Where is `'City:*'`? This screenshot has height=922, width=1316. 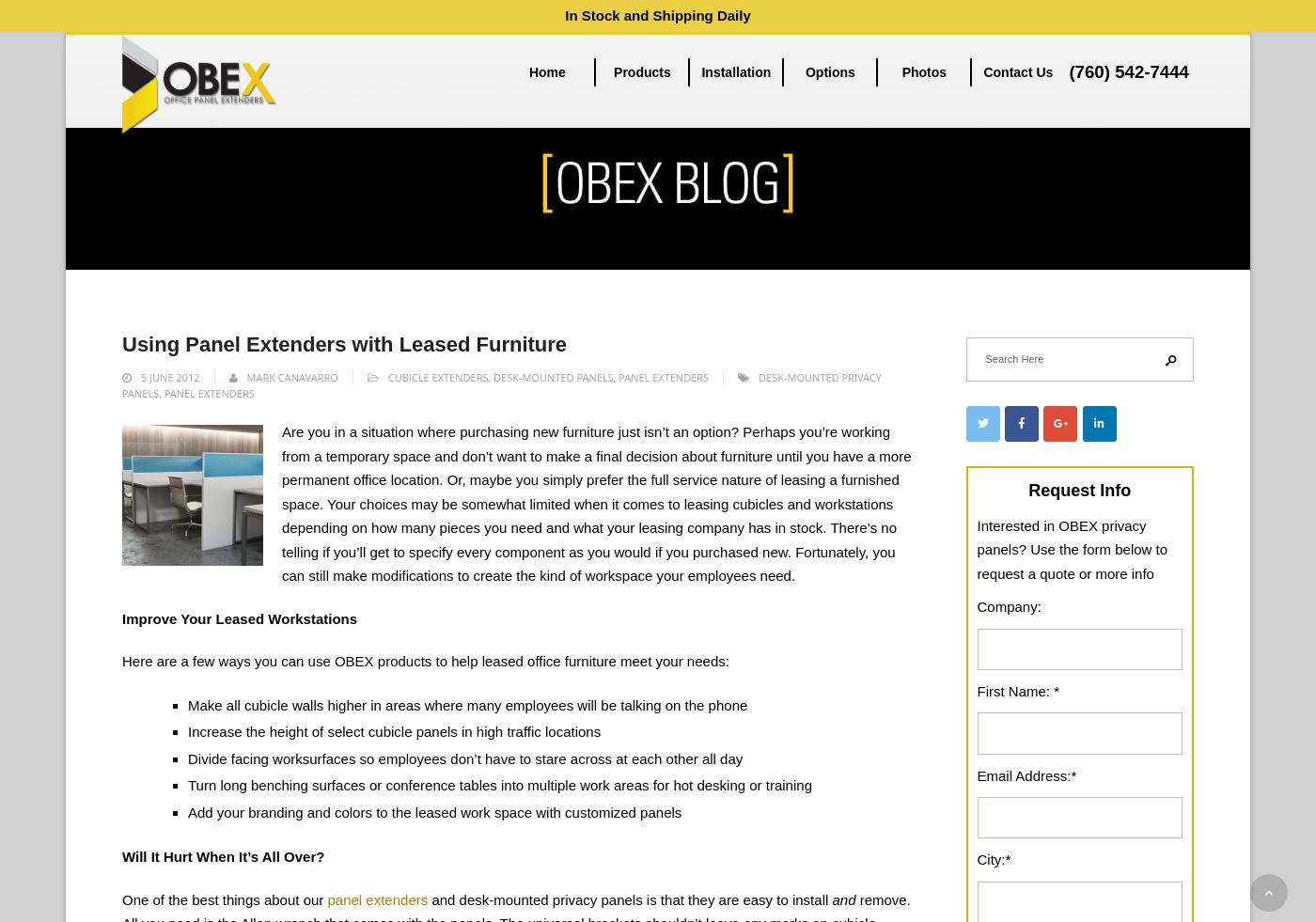
'City:*' is located at coordinates (994, 859).